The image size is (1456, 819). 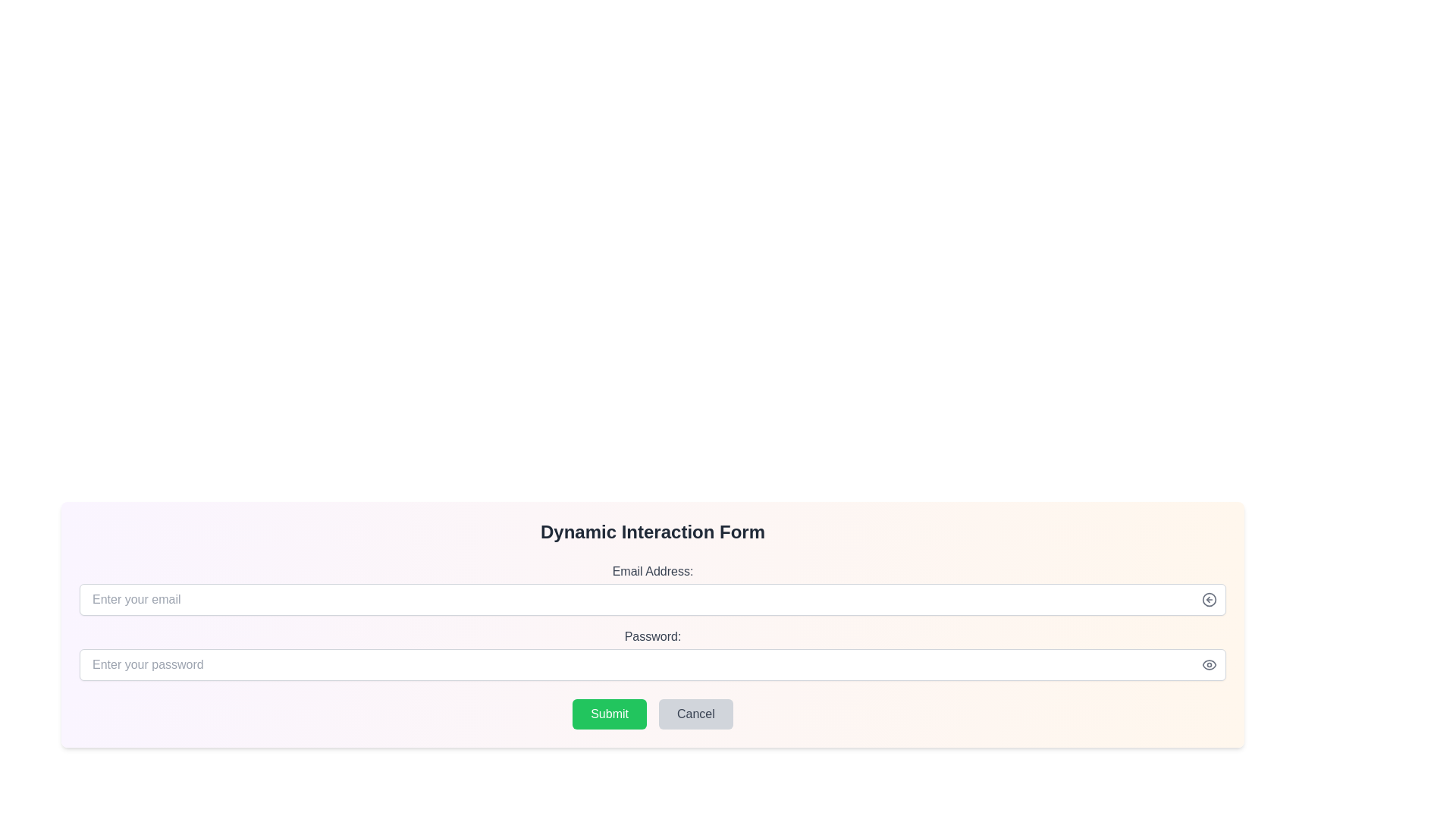 I want to click on the static text label at the top of the form, which serves as the title, to provide users with an understanding of the form's purpose, so click(x=652, y=532).